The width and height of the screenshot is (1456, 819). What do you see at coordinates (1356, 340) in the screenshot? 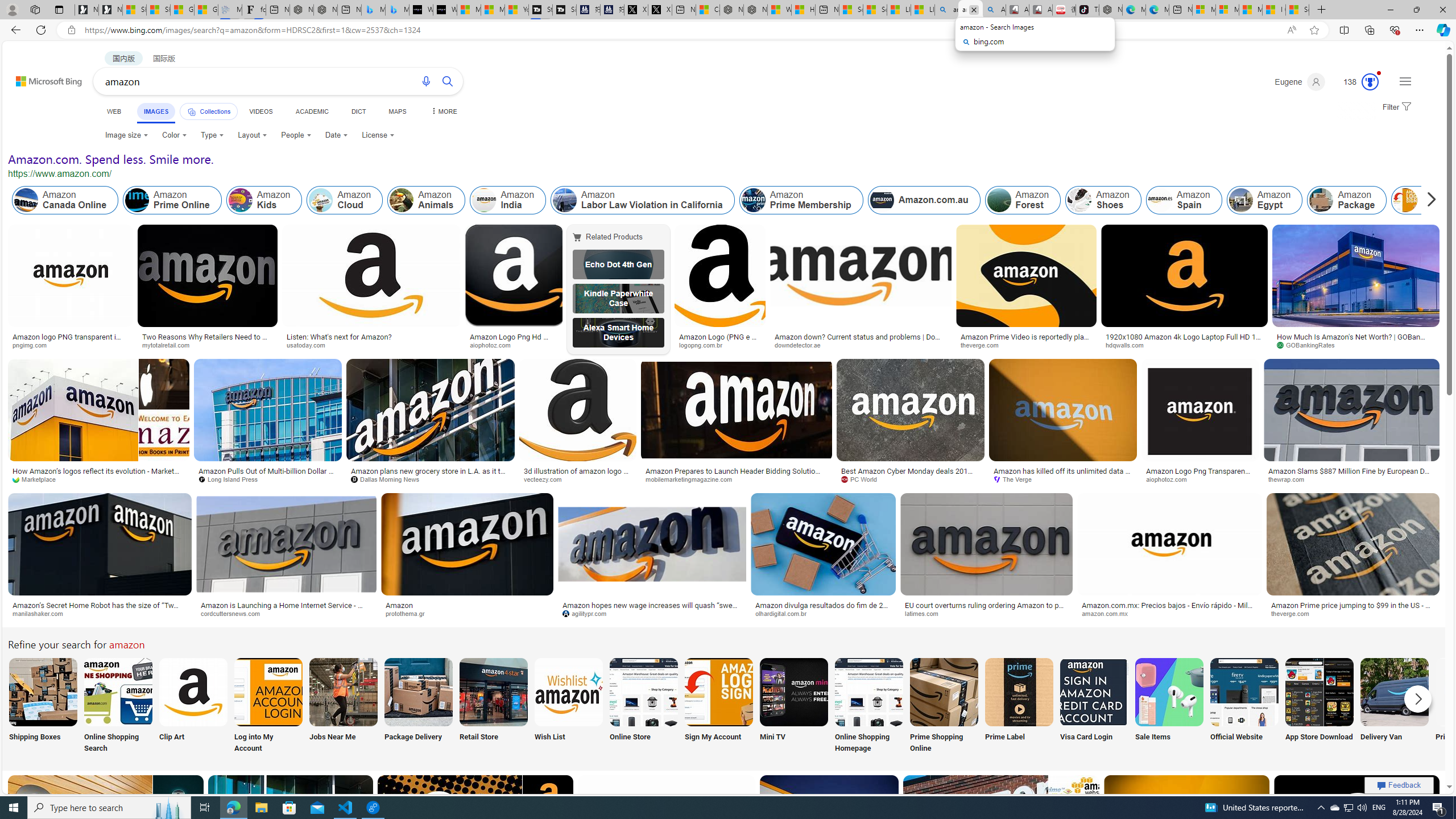
I see `'How Much Is Amazon'` at bounding box center [1356, 340].